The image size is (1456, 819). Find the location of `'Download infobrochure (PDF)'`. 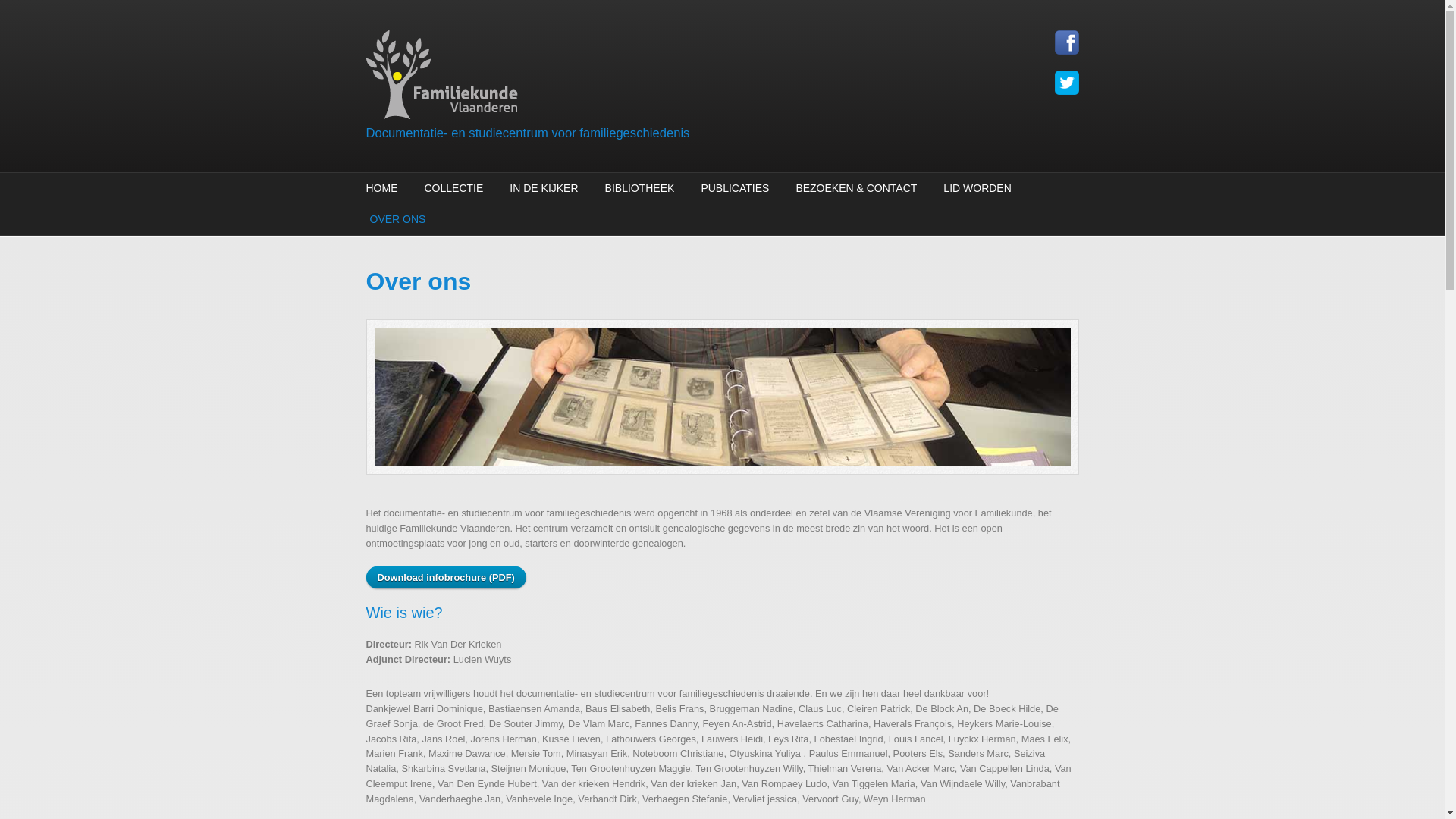

'Download infobrochure (PDF)' is located at coordinates (444, 577).